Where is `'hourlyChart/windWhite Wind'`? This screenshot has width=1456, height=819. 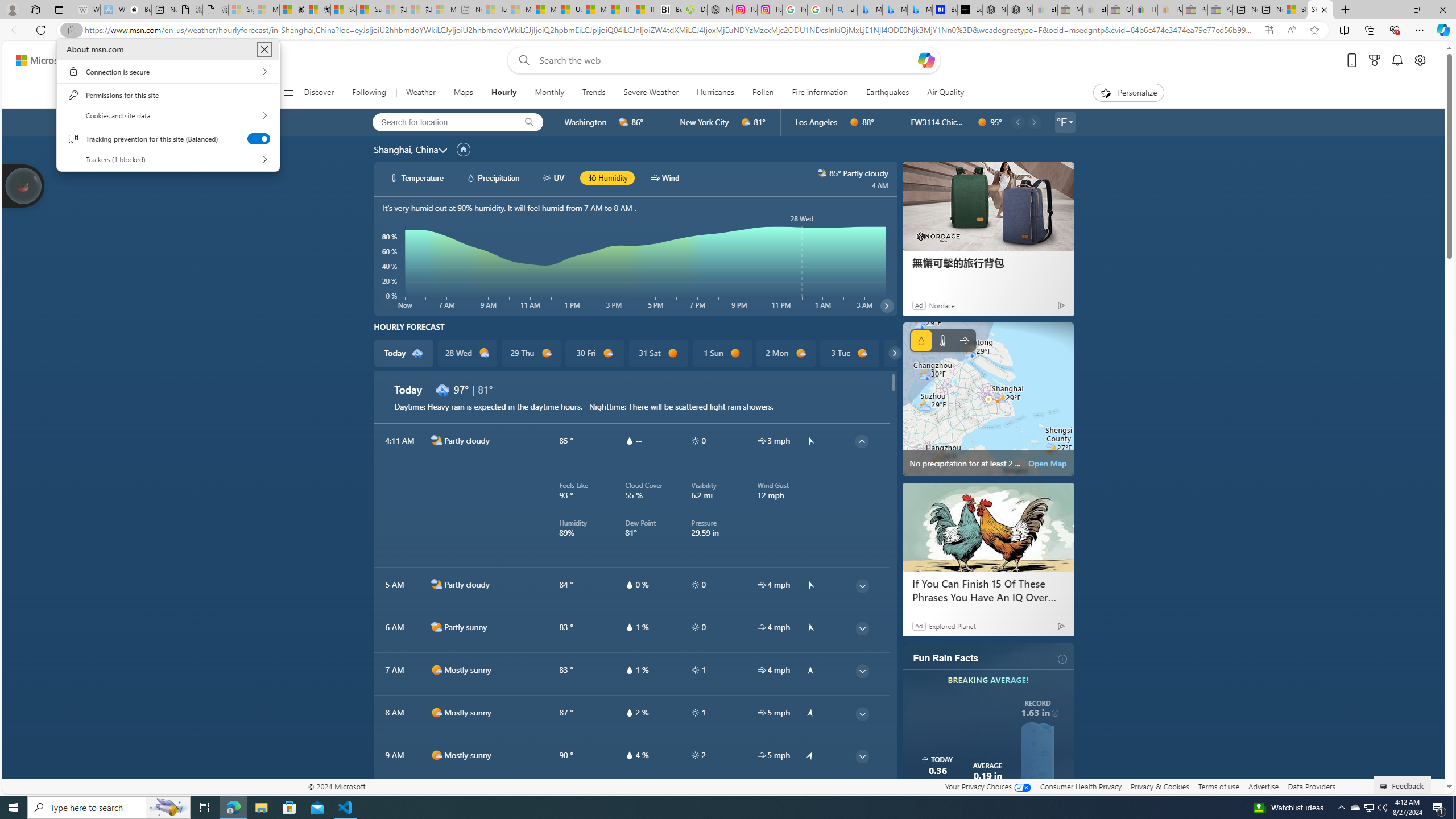 'hourlyChart/windWhite Wind' is located at coordinates (664, 178).